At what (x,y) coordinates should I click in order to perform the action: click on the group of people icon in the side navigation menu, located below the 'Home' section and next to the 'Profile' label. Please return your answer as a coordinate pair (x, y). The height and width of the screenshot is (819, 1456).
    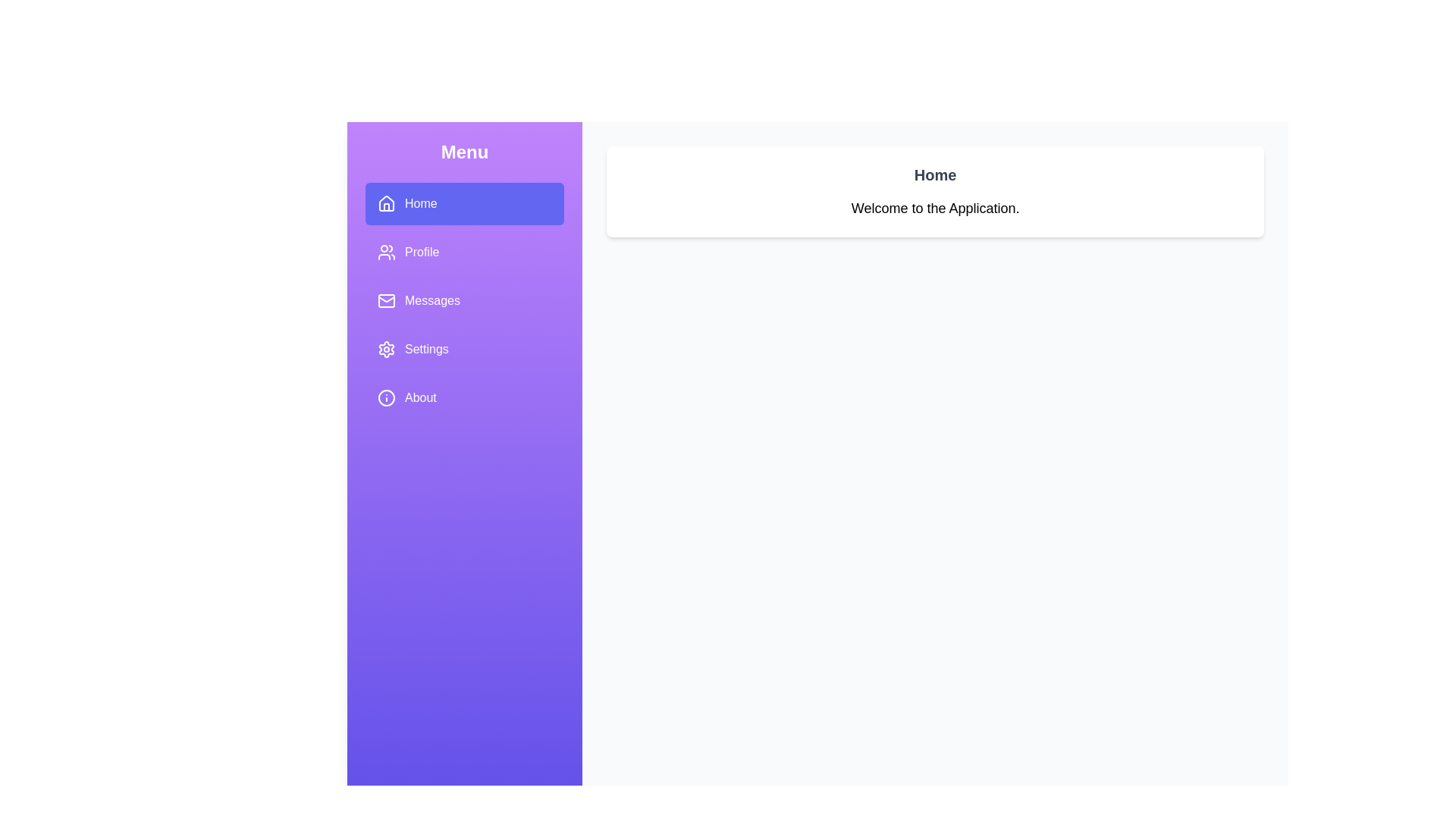
    Looking at the image, I should click on (386, 251).